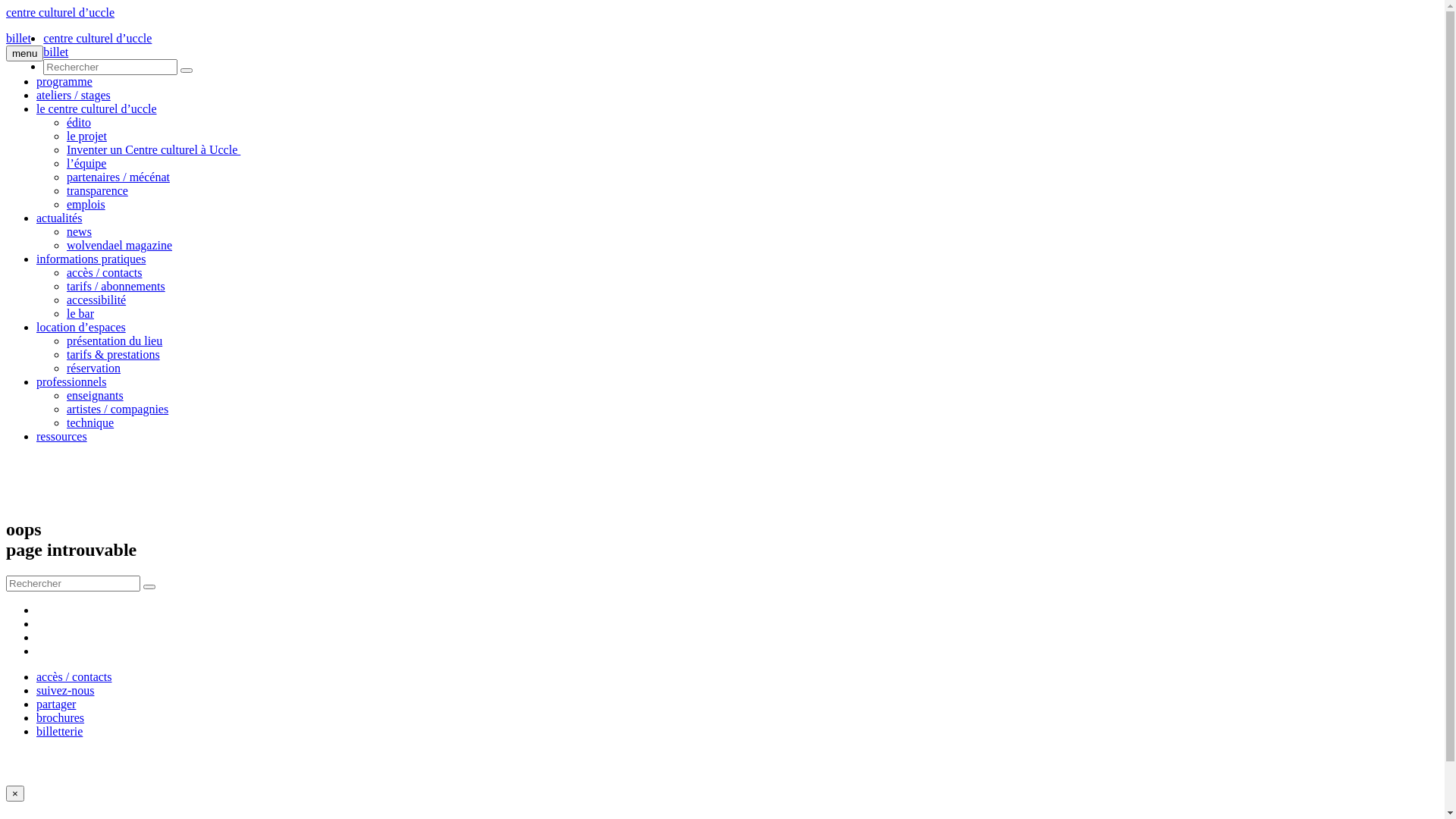  Describe the element at coordinates (36, 81) in the screenshot. I see `'programme'` at that location.